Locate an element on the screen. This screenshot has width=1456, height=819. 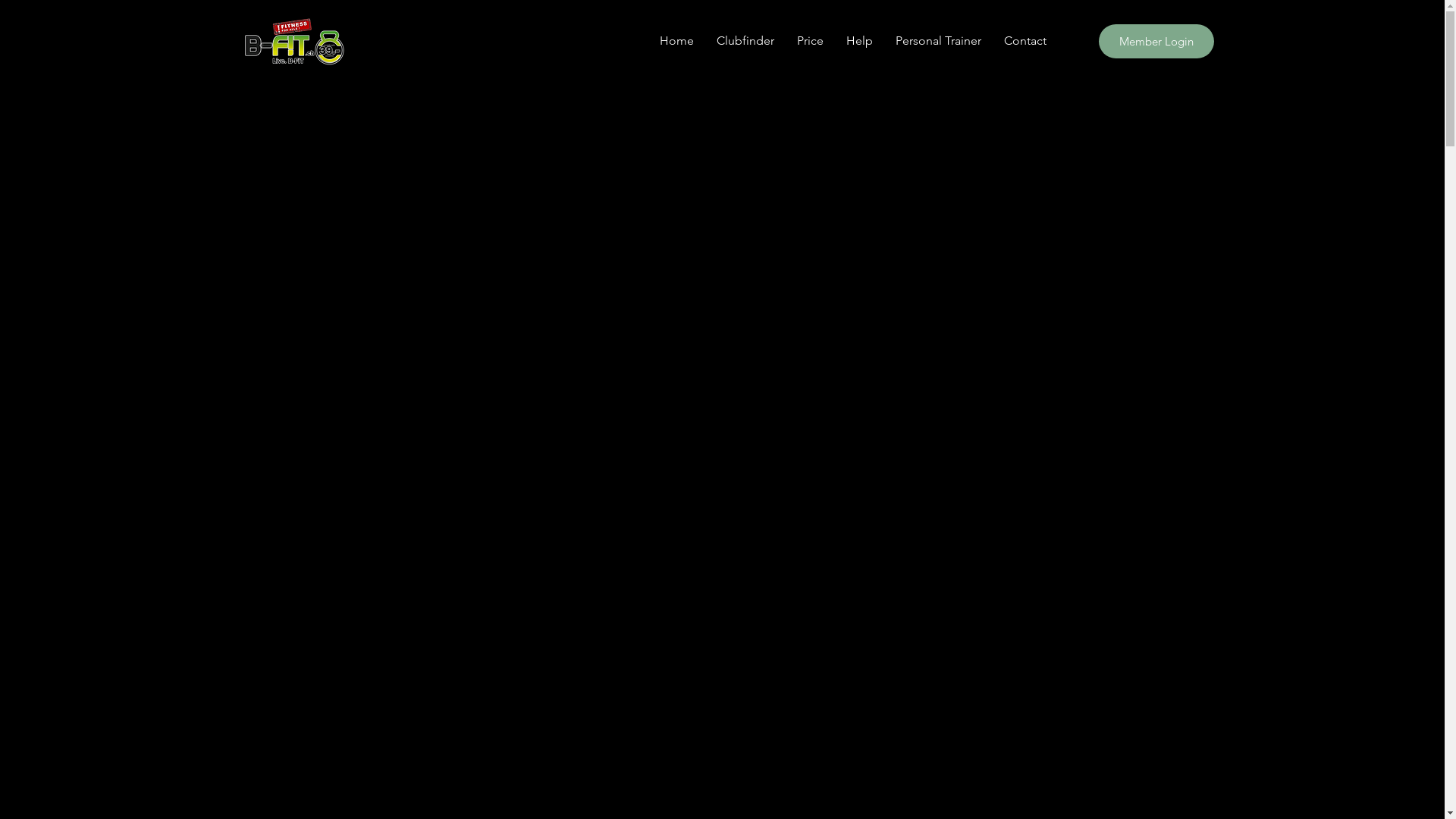
'Home' is located at coordinates (675, 40).